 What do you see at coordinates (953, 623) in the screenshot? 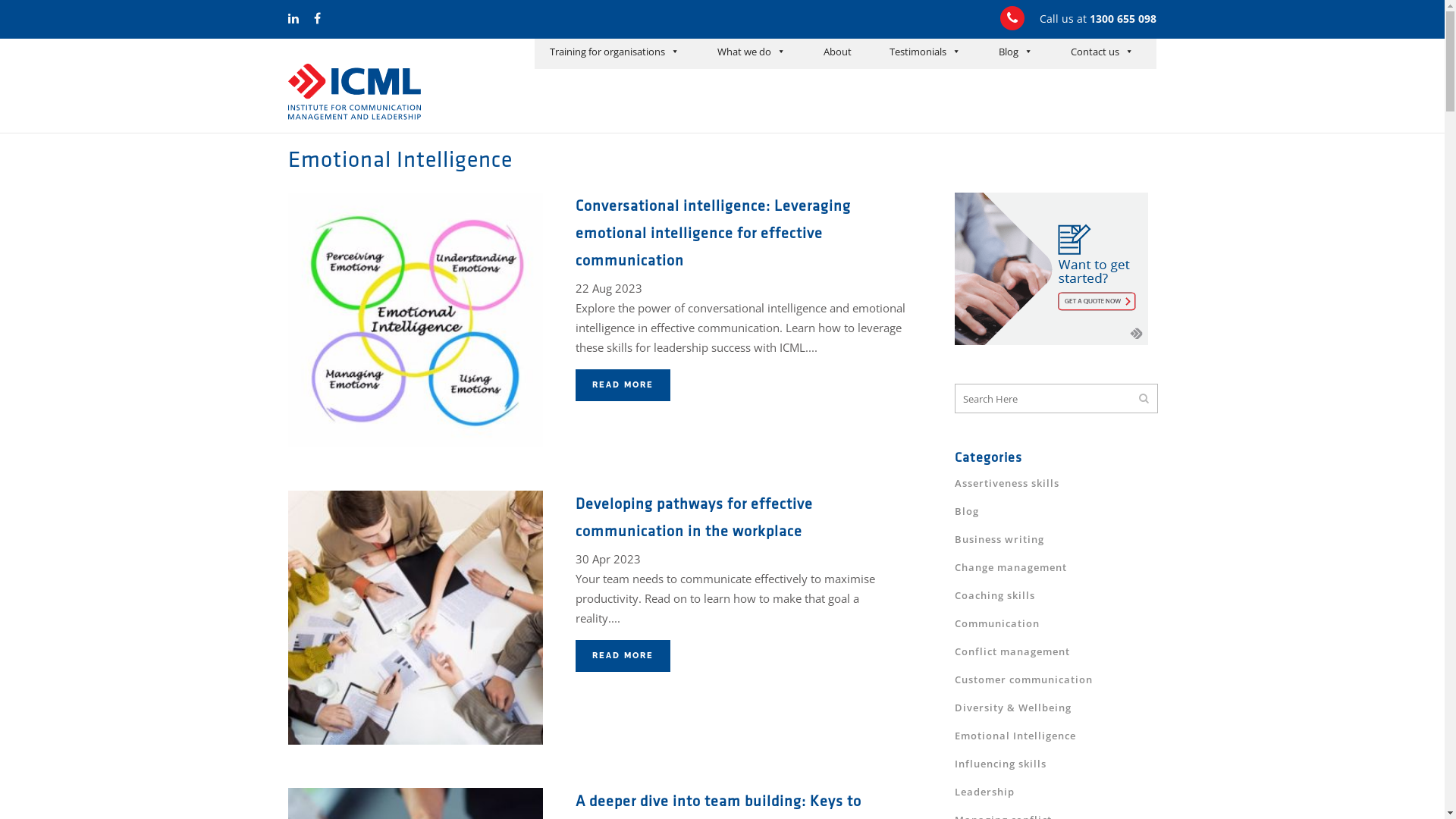
I see `'Communication'` at bounding box center [953, 623].